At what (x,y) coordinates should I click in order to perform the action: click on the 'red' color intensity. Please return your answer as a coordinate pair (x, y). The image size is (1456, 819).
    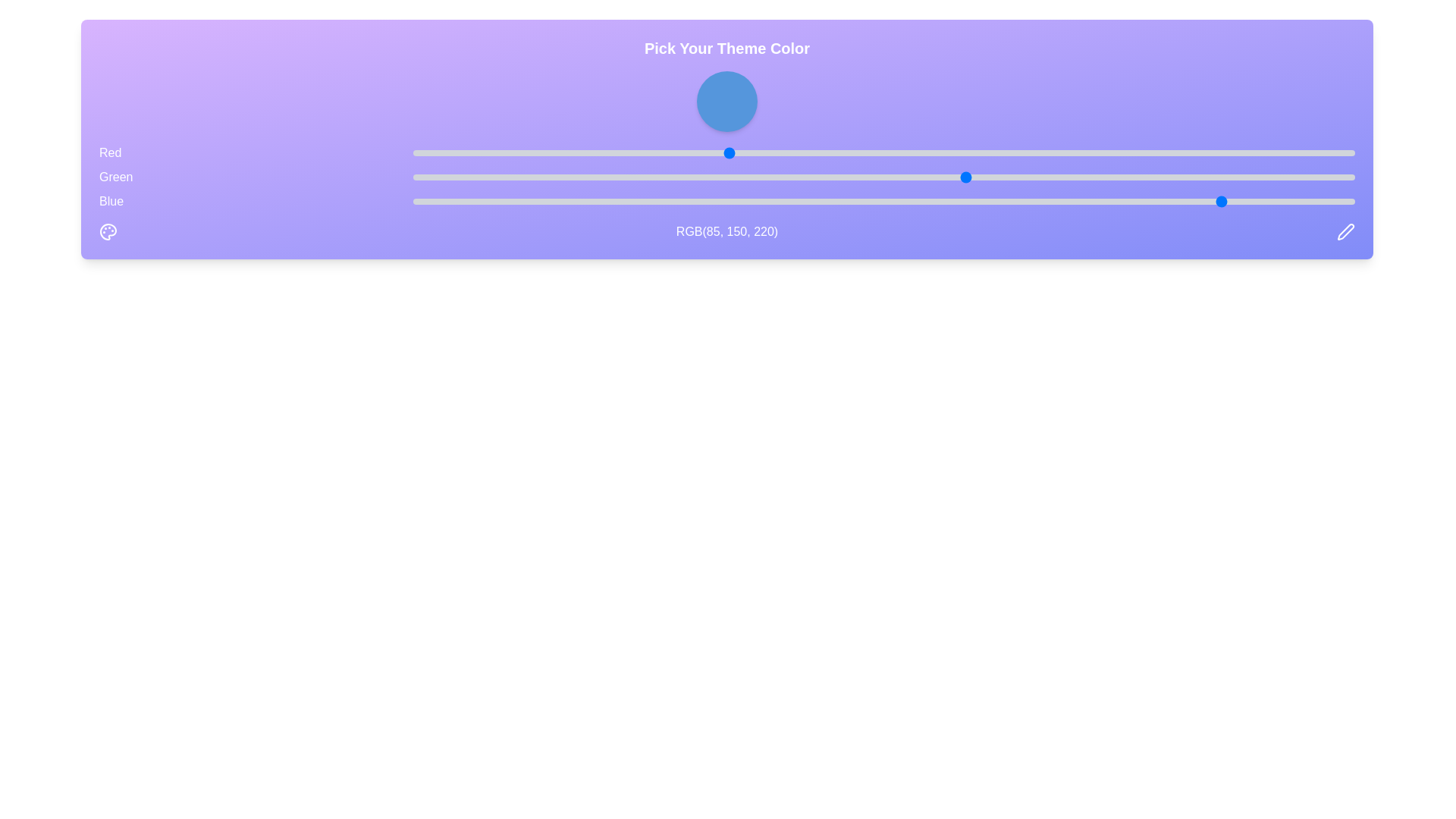
    Looking at the image, I should click on (620, 152).